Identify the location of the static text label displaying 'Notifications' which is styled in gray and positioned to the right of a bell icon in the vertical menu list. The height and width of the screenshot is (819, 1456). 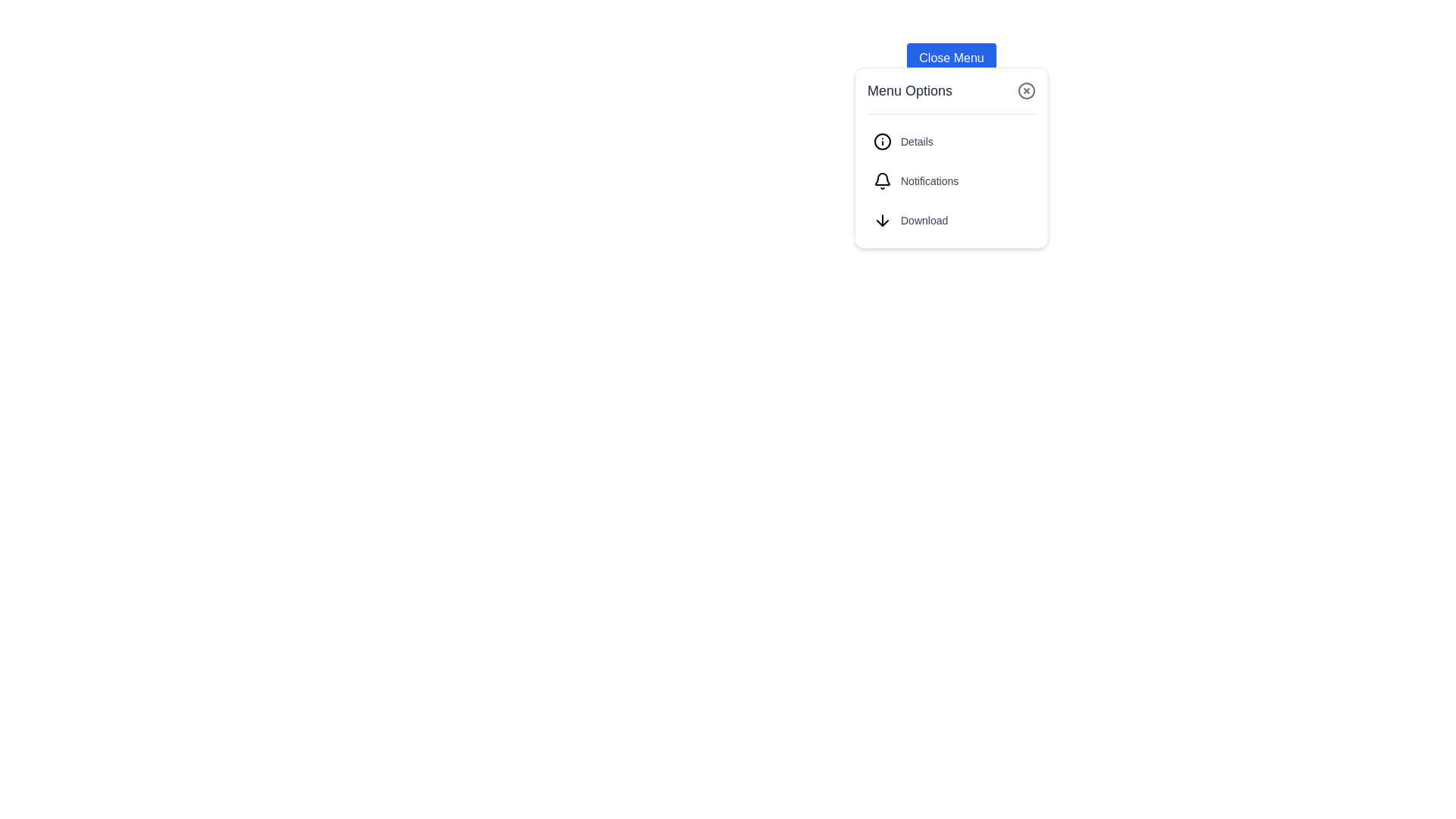
(929, 180).